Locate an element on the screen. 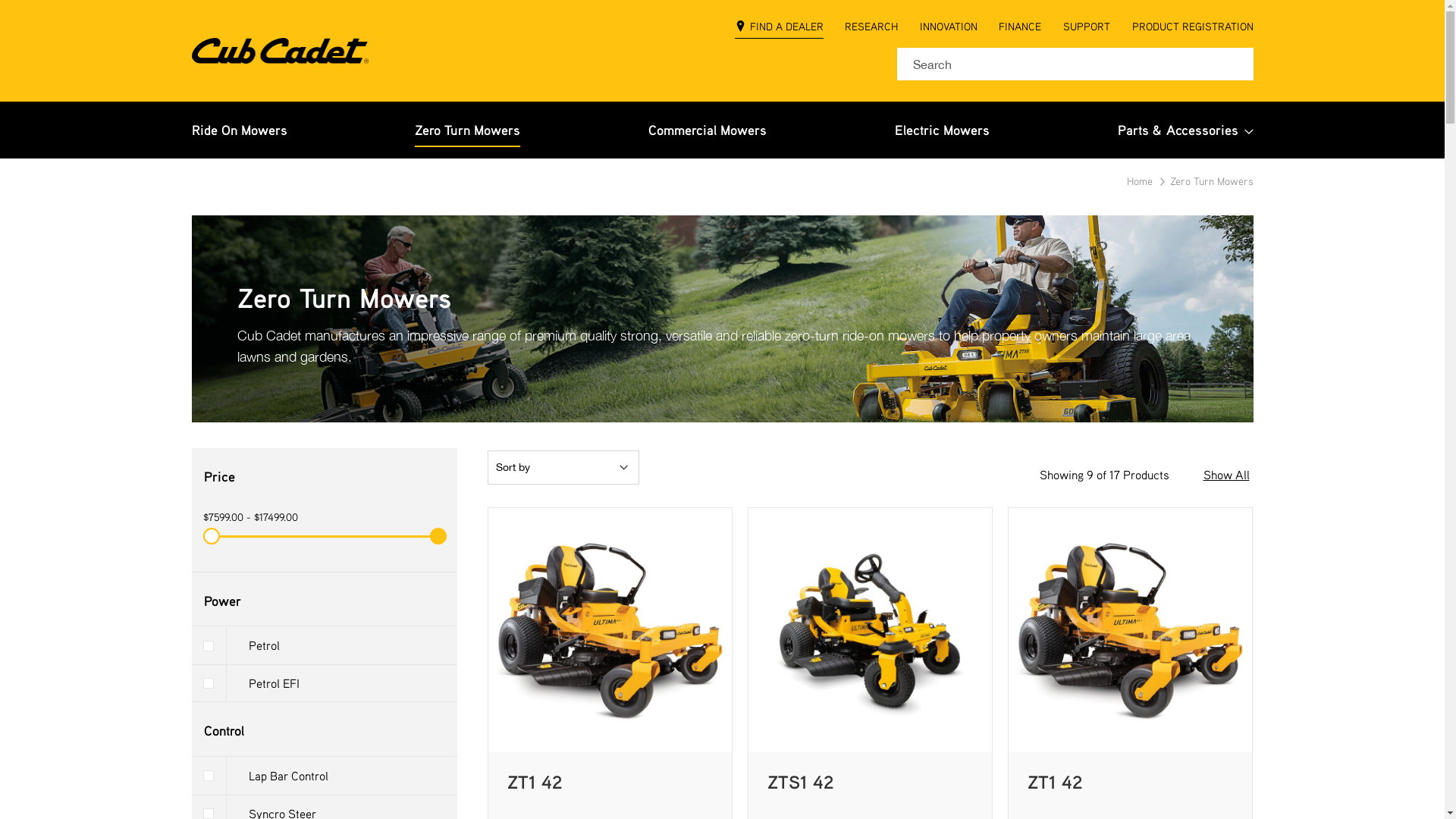  'Cub Cadet' is located at coordinates (279, 49).